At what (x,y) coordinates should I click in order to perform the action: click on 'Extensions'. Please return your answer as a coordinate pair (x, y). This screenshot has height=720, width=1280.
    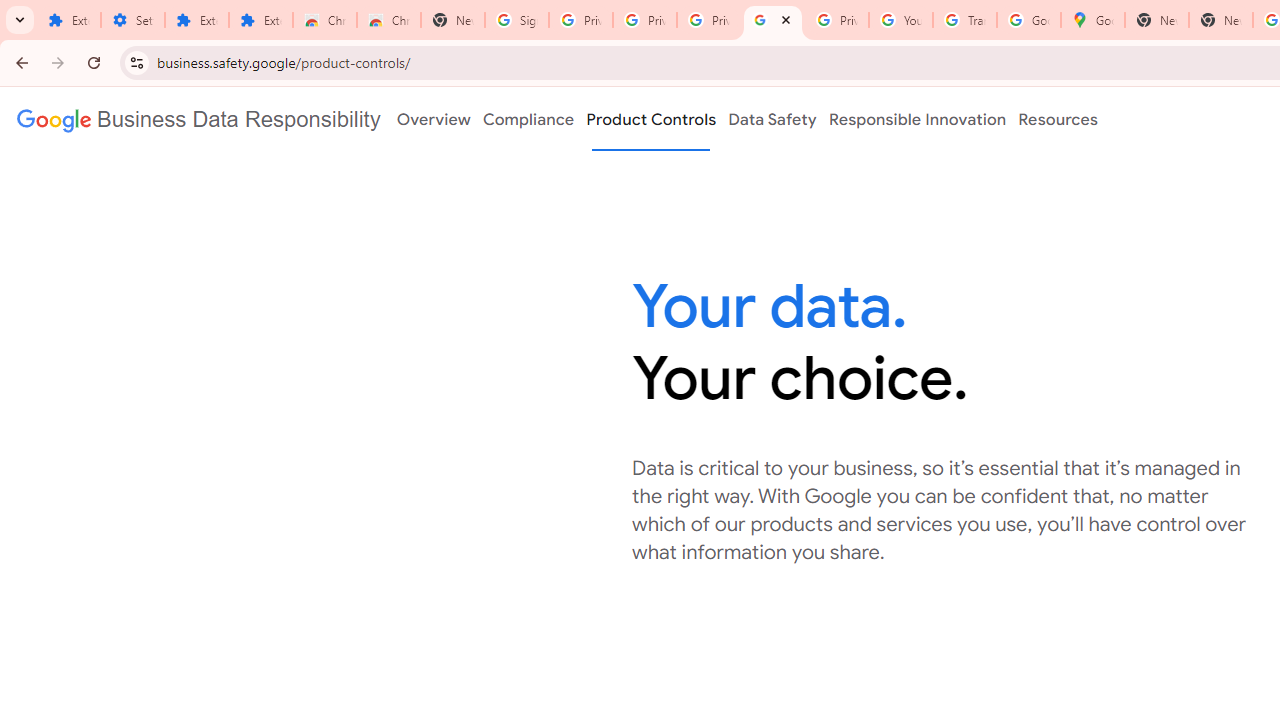
    Looking at the image, I should click on (197, 20).